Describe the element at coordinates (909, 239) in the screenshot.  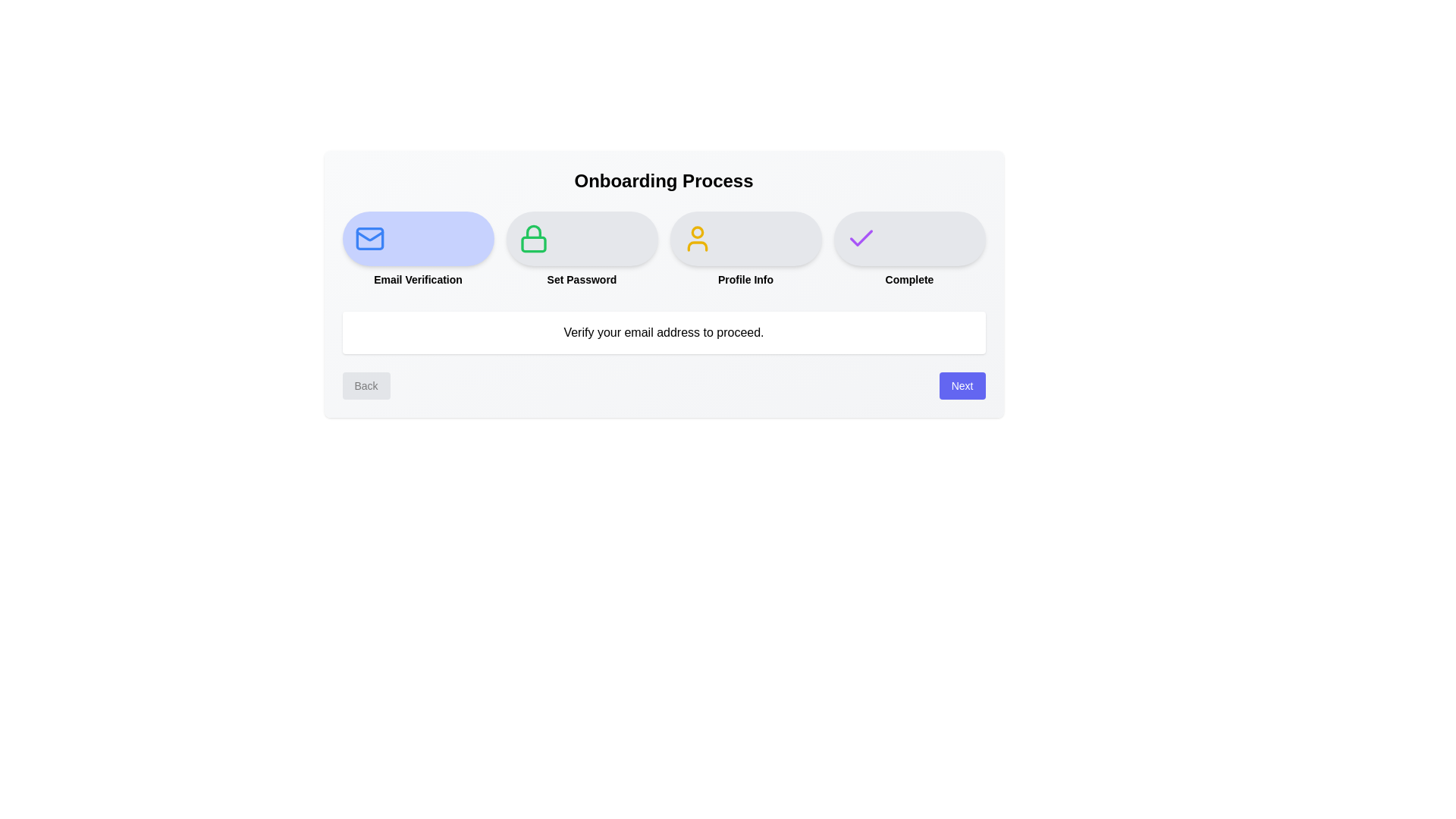
I see `the step Complete to inspect its feedback` at that location.